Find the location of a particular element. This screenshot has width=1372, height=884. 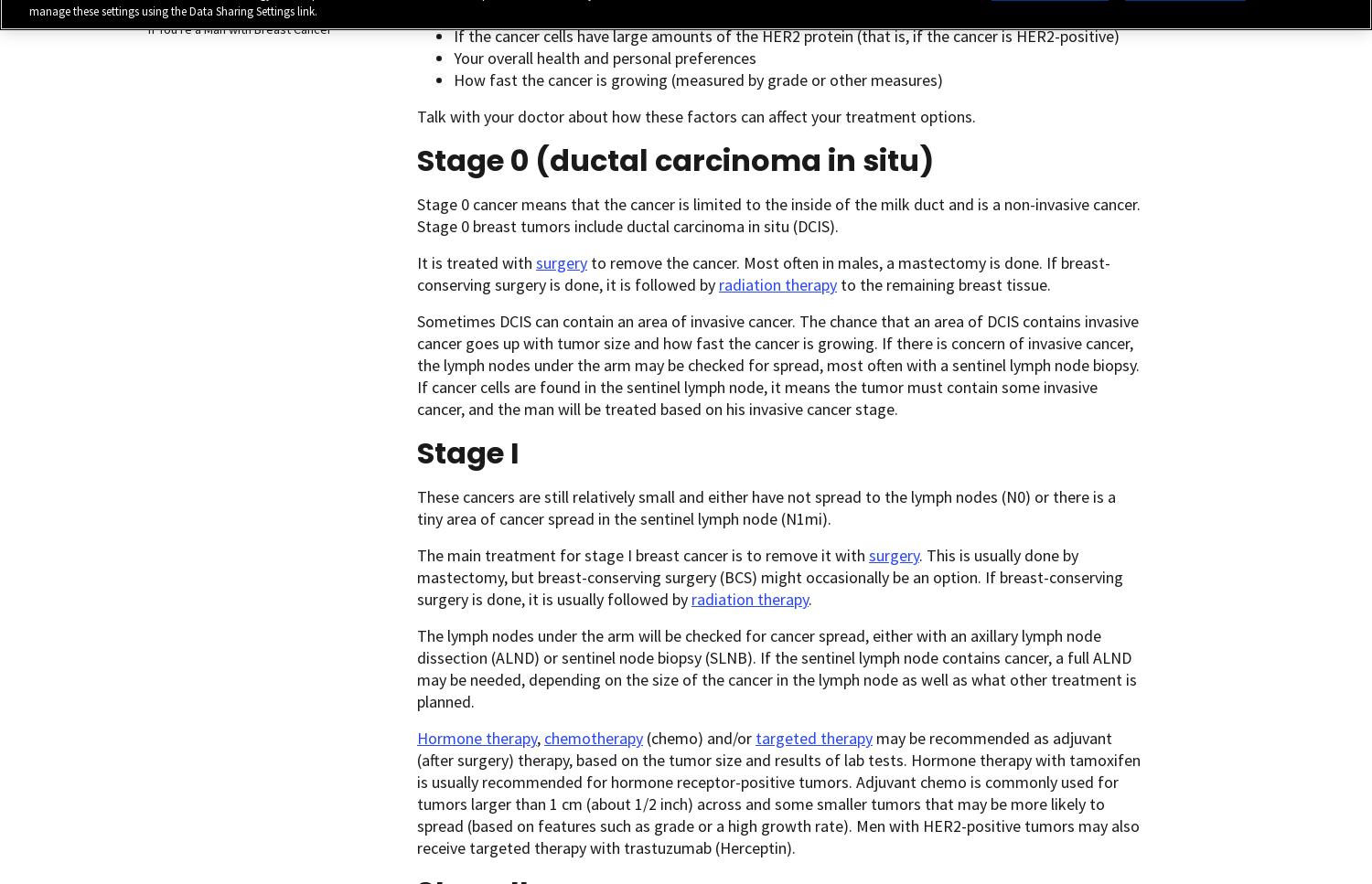

'Your overall health and personal preferences' is located at coordinates (605, 57).